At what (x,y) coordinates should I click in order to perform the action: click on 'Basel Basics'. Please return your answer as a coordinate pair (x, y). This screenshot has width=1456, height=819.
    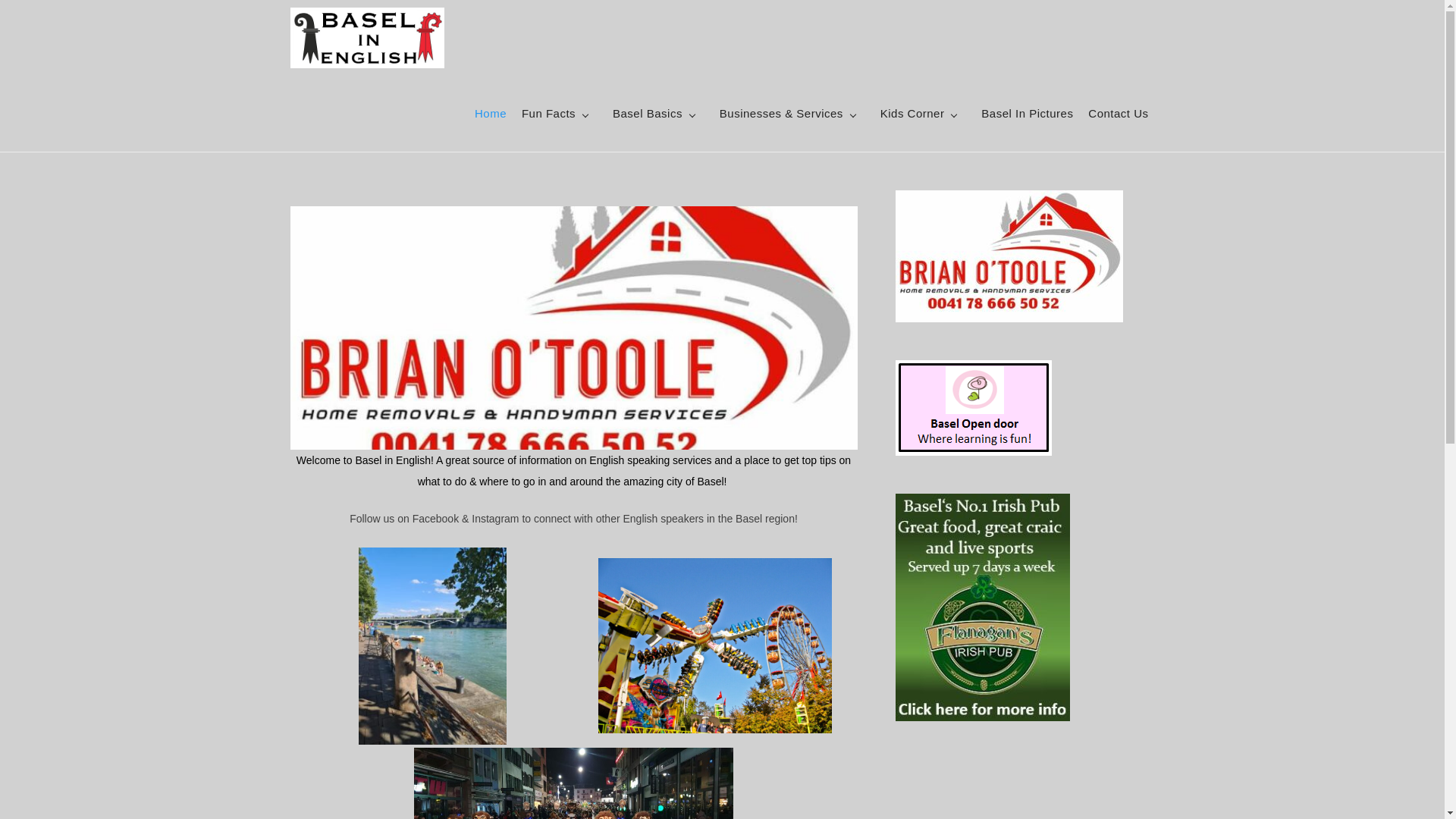
    Looking at the image, I should click on (654, 113).